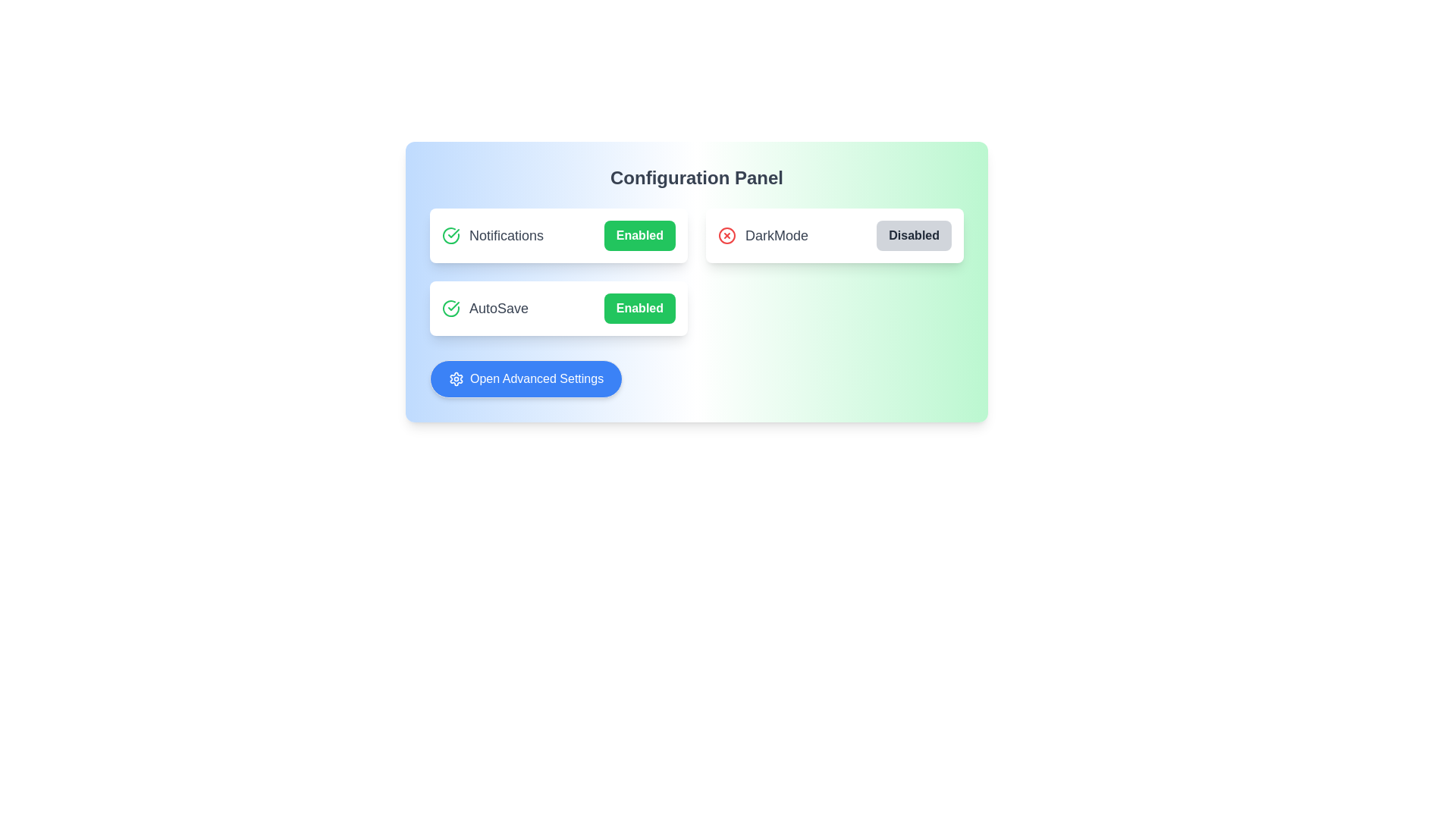  What do you see at coordinates (450, 236) in the screenshot?
I see `the CheckCircle icon to toggle its state` at bounding box center [450, 236].